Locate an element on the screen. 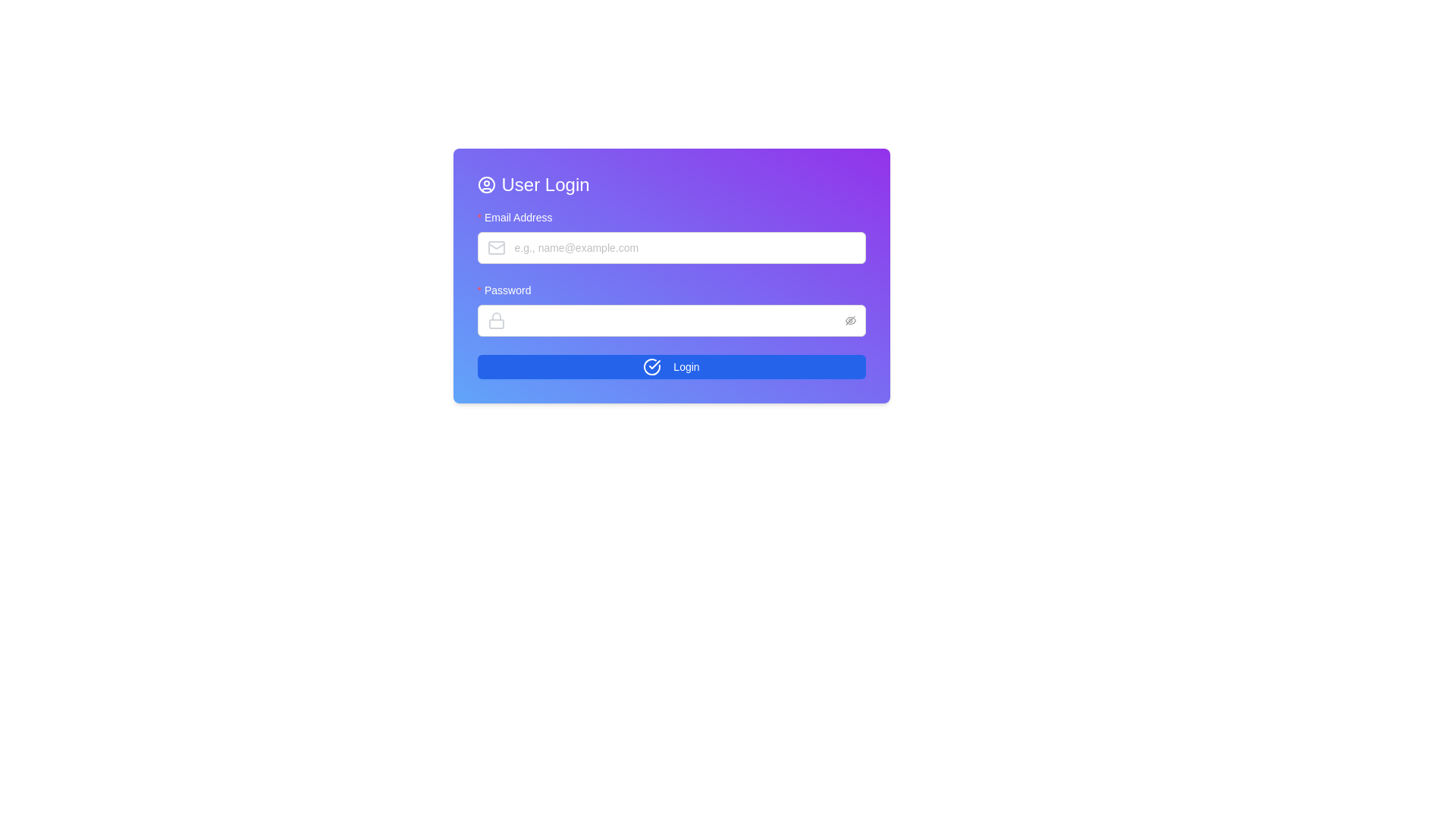 The height and width of the screenshot is (819, 1456). the password visibility toggle icon located to the right of the password input field in the user login form is located at coordinates (850, 319).